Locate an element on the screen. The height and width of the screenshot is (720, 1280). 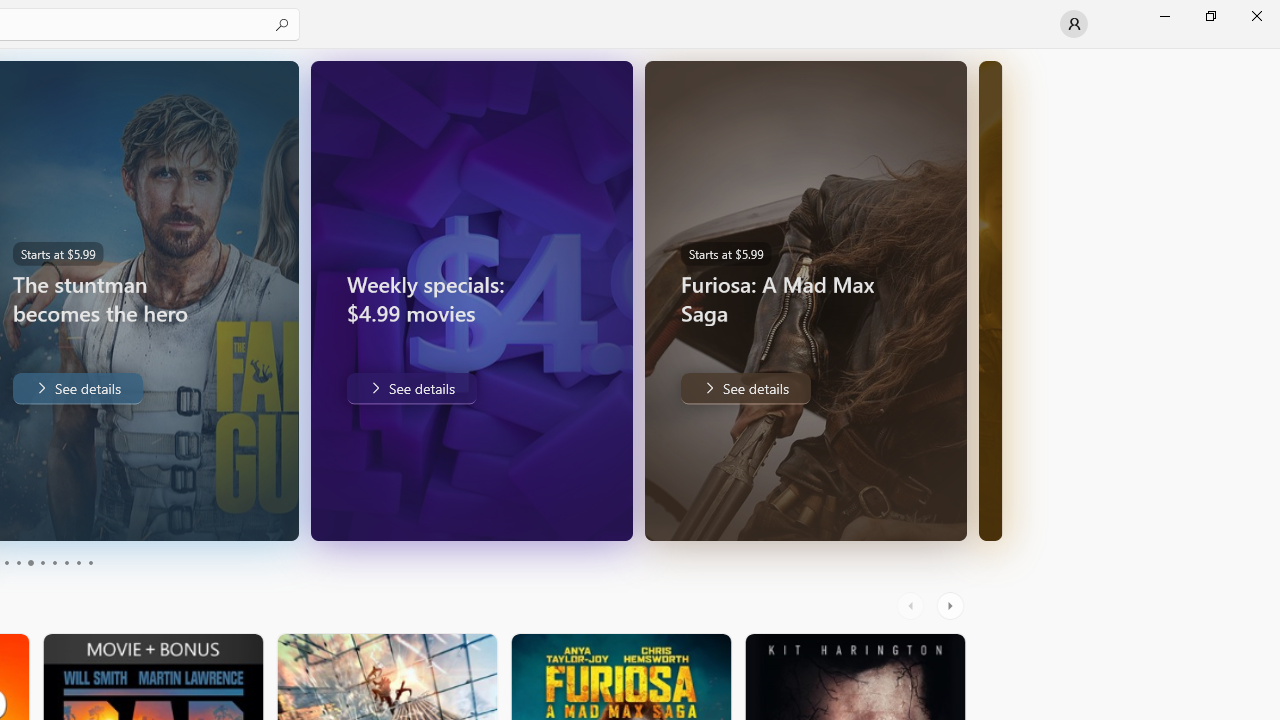
'Page 6' is located at coordinates (42, 563).